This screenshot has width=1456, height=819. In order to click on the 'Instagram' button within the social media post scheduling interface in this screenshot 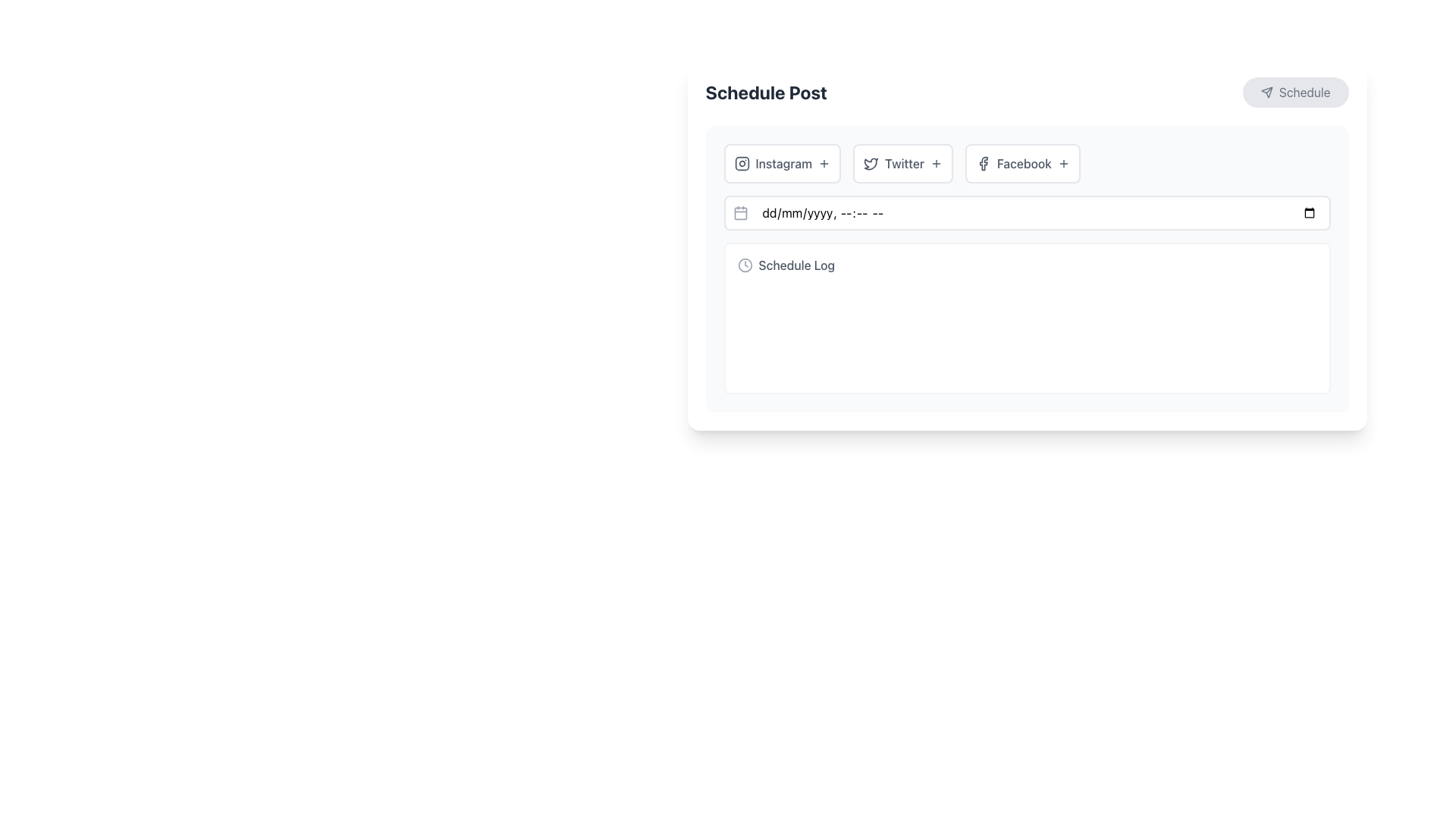, I will do `click(1027, 244)`.